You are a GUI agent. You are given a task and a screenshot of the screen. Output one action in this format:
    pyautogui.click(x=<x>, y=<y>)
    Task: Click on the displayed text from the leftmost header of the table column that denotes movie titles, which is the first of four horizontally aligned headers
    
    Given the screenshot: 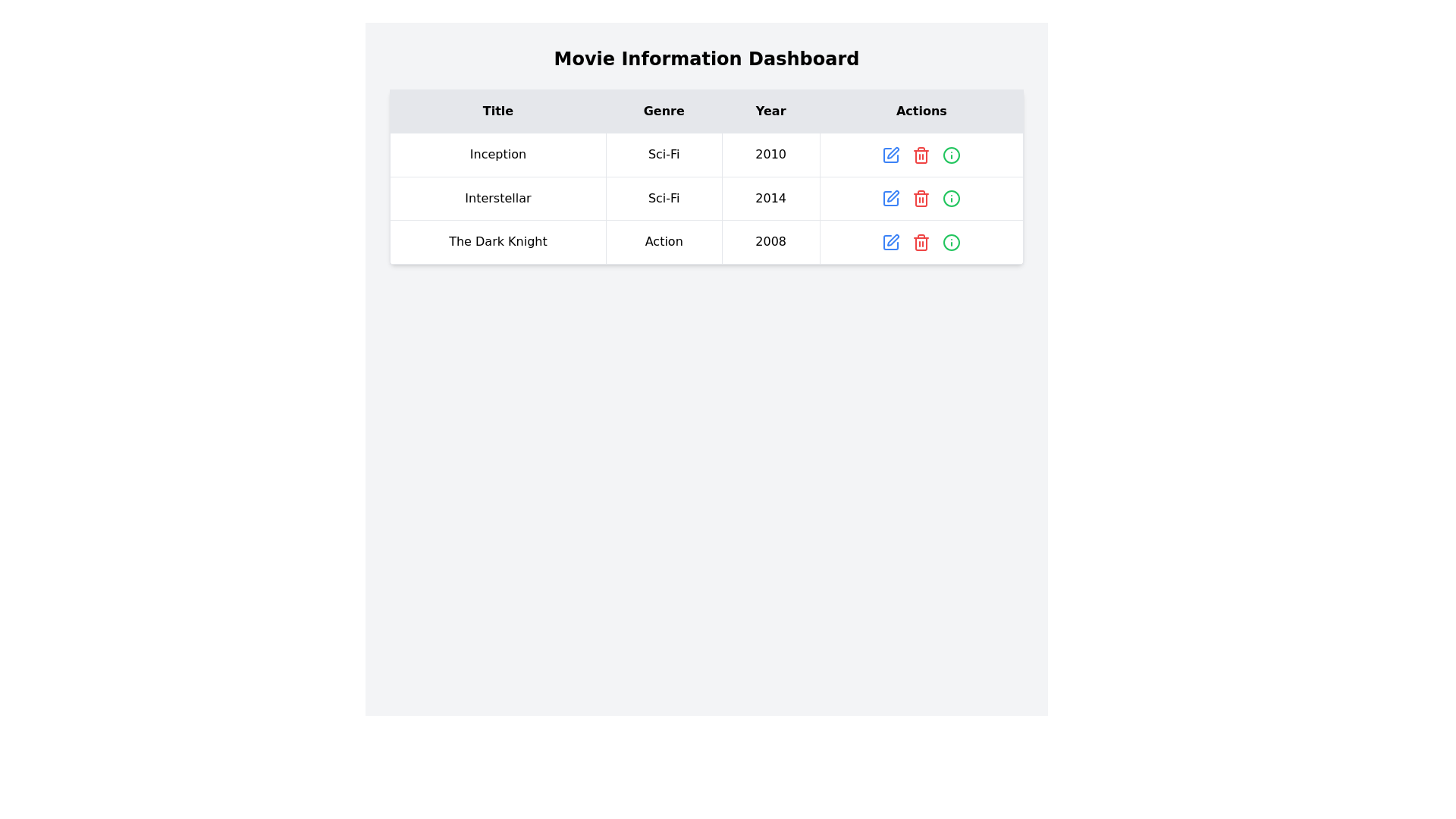 What is the action you would take?
    pyautogui.click(x=498, y=110)
    